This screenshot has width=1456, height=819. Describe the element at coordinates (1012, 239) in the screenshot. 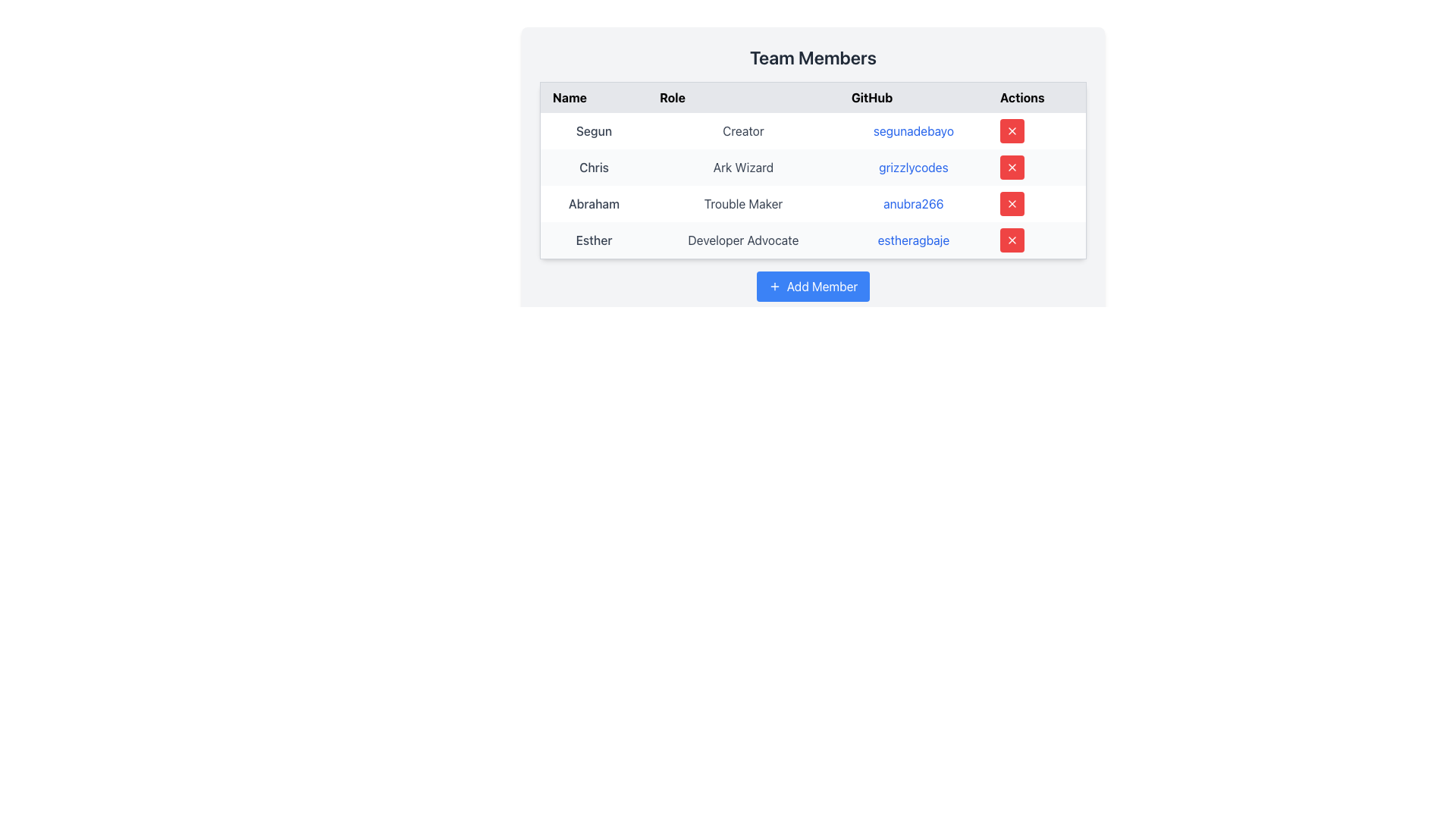

I see `the red button in the 'Actions' column of the last row in the 'Team Members' table` at that location.